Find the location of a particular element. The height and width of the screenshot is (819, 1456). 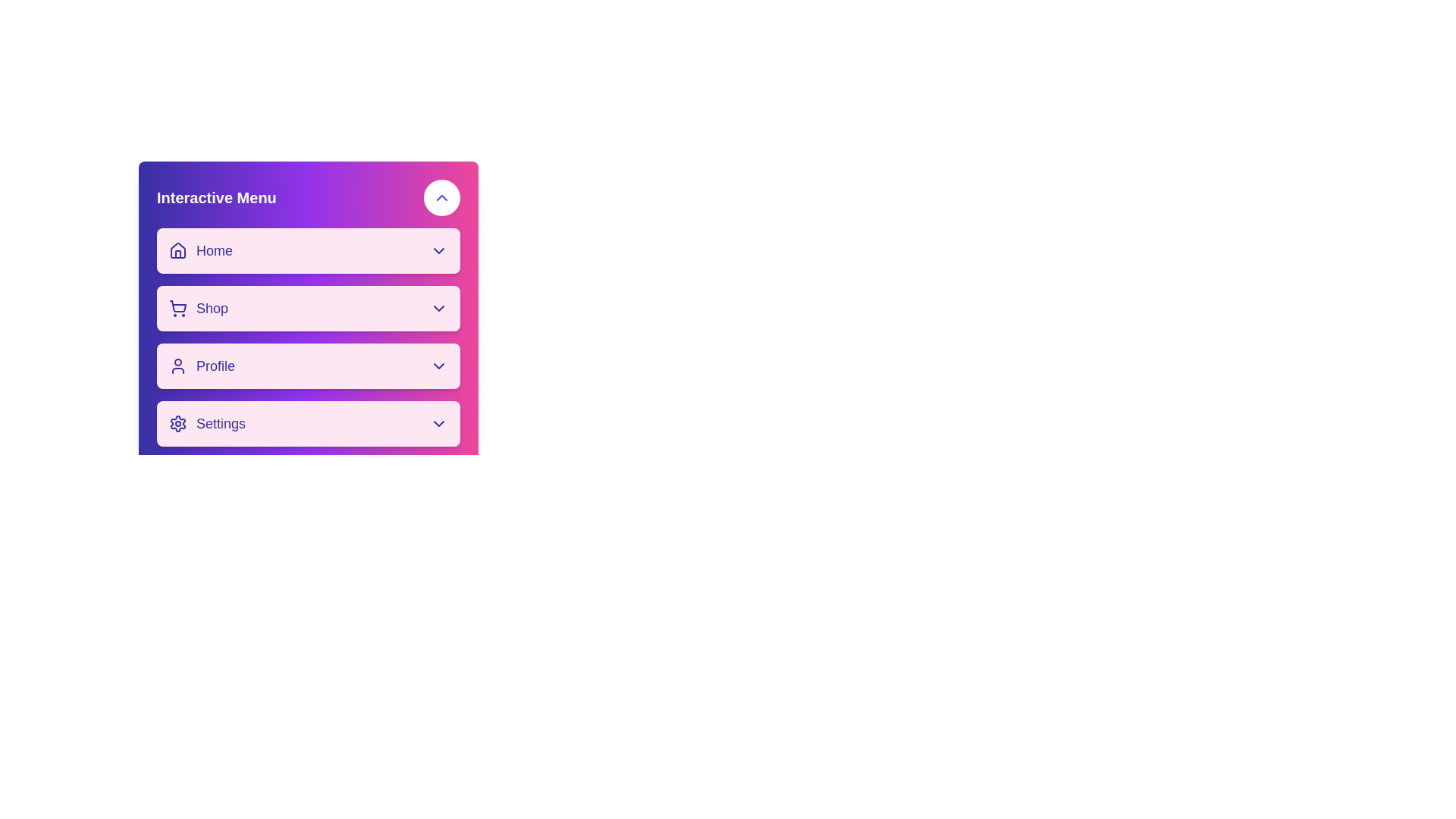

the 'Profile' button located in the sidebar menu, which is the third button in a vertical stack is located at coordinates (308, 366).